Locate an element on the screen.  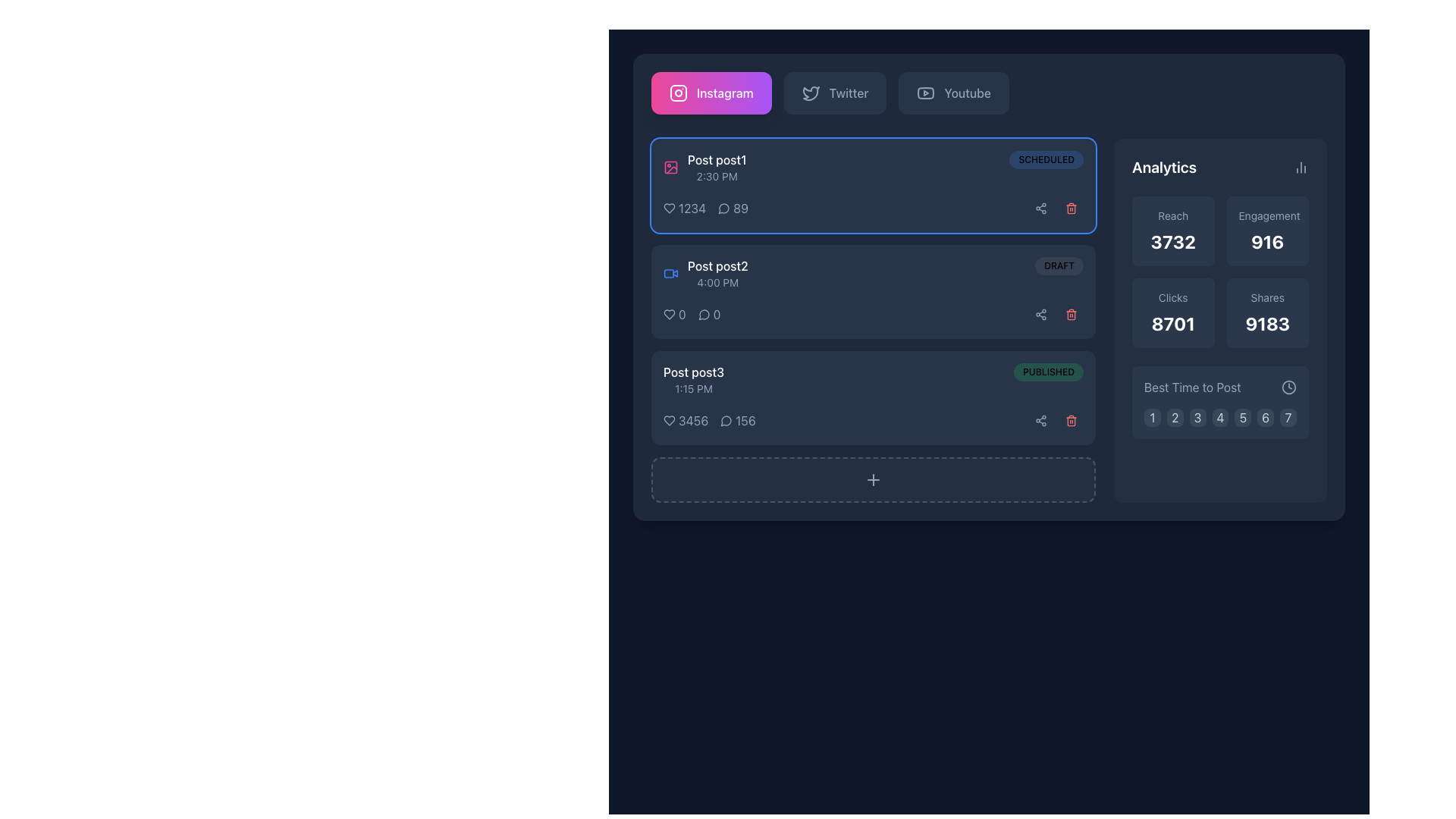
the text element displaying the number '89' next to the speech bubble icon, located in the first row of posts adjacent to the heart icon is located at coordinates (733, 208).